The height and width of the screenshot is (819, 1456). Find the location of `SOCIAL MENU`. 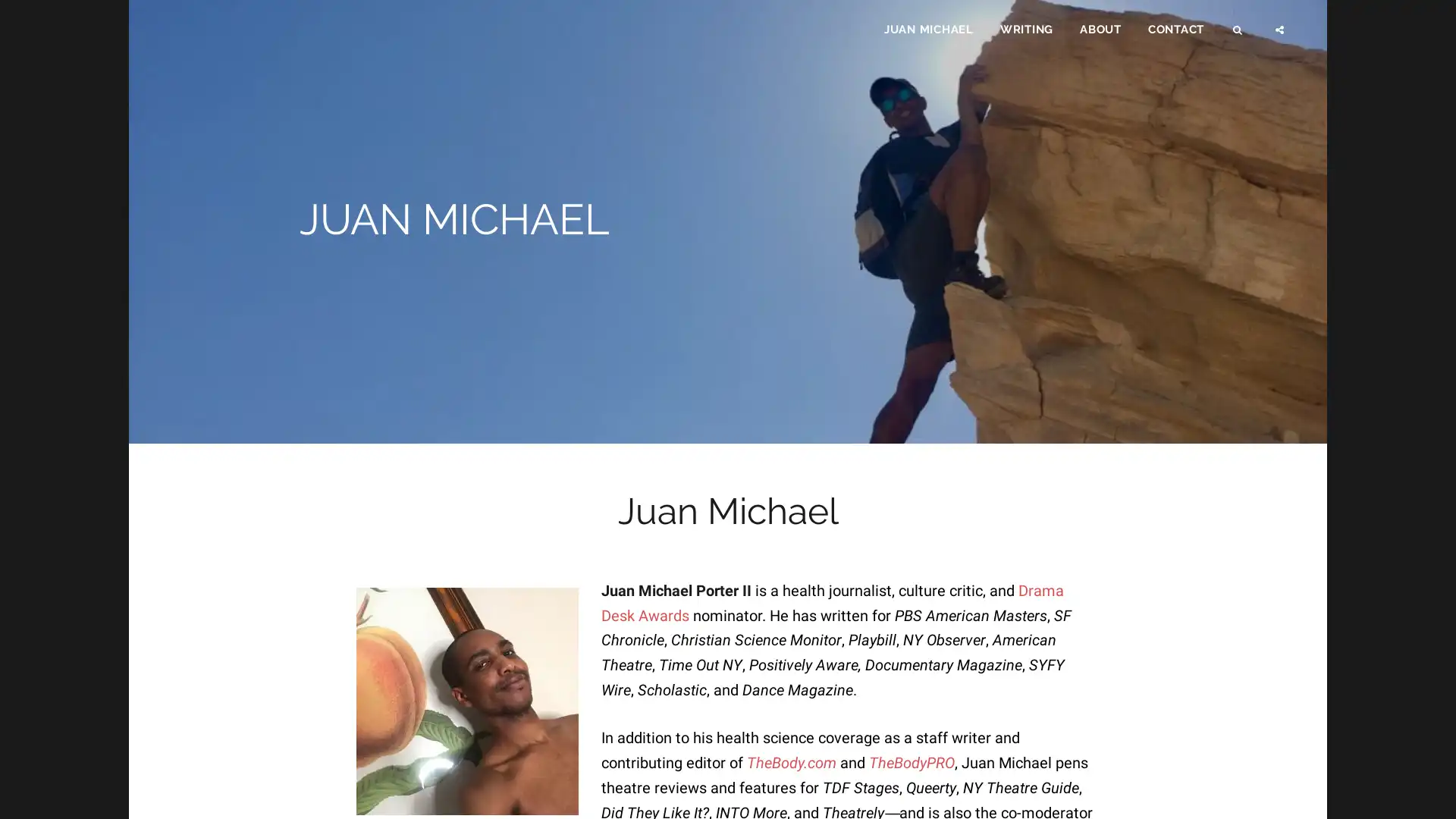

SOCIAL MENU is located at coordinates (1280, 35).